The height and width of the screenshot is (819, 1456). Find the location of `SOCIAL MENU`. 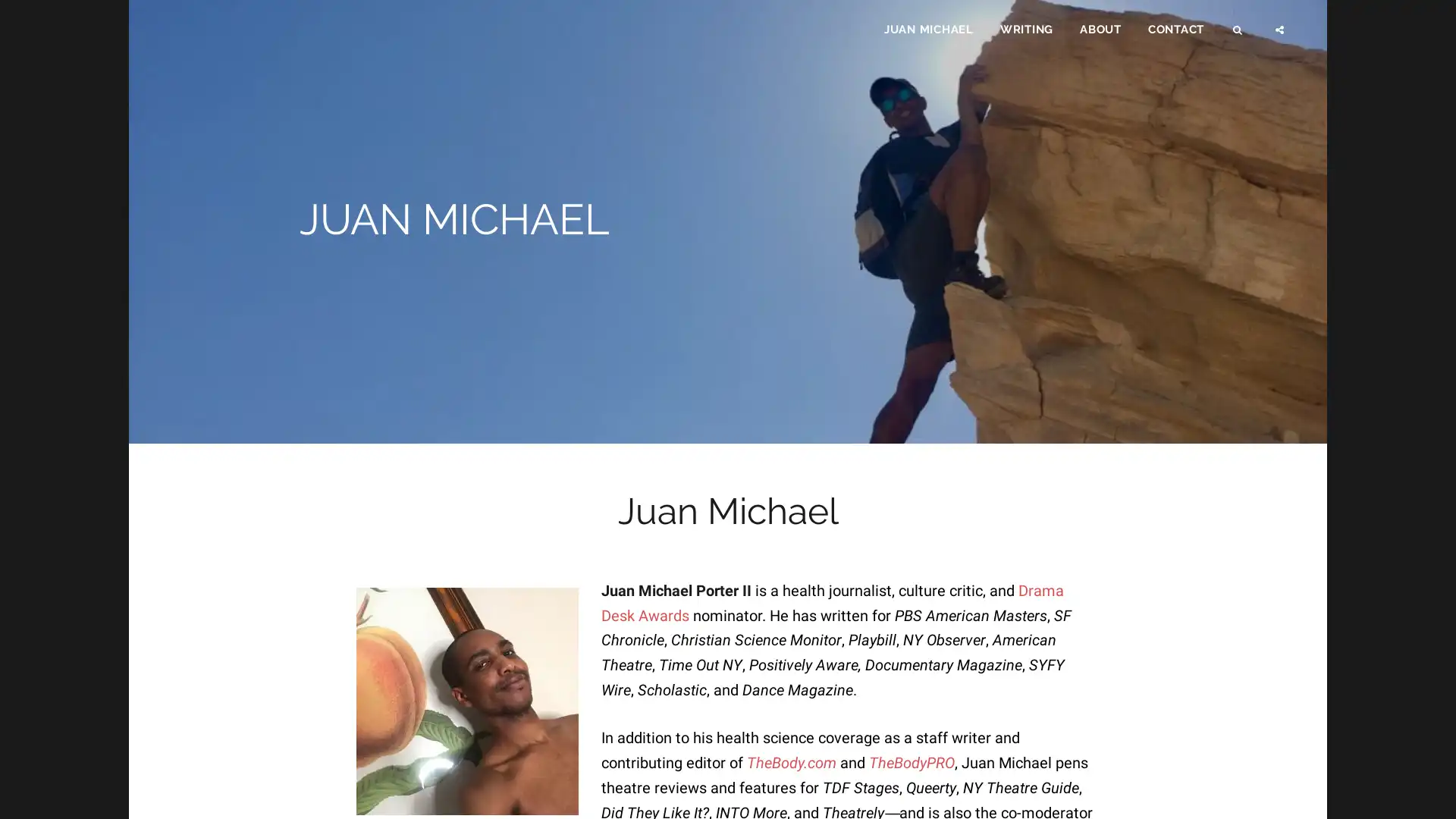

SOCIAL MENU is located at coordinates (1280, 35).